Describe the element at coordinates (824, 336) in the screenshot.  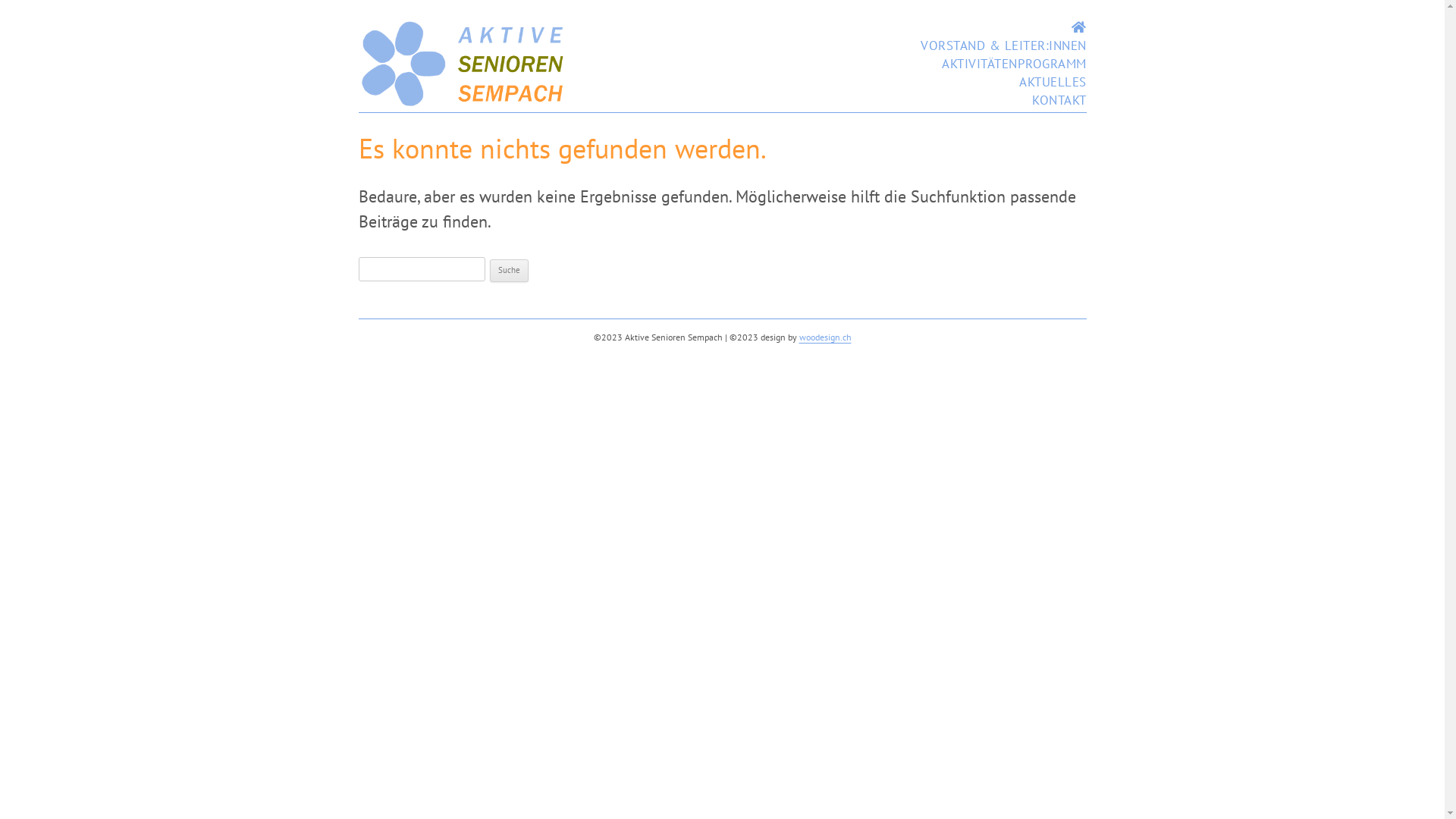
I see `'woodesign.ch'` at that location.